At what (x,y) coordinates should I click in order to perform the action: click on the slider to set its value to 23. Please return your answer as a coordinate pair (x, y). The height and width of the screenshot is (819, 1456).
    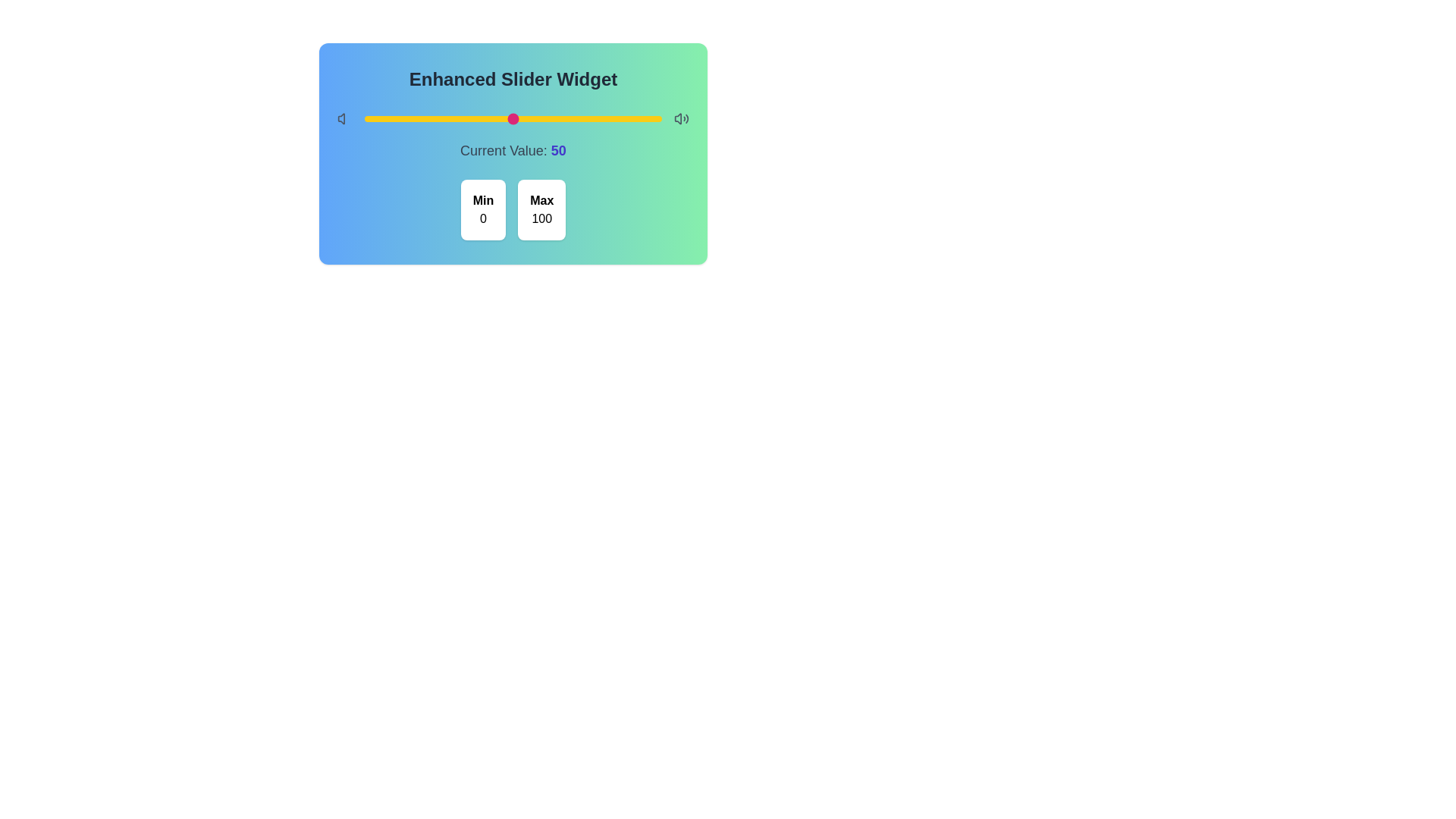
    Looking at the image, I should click on (432, 118).